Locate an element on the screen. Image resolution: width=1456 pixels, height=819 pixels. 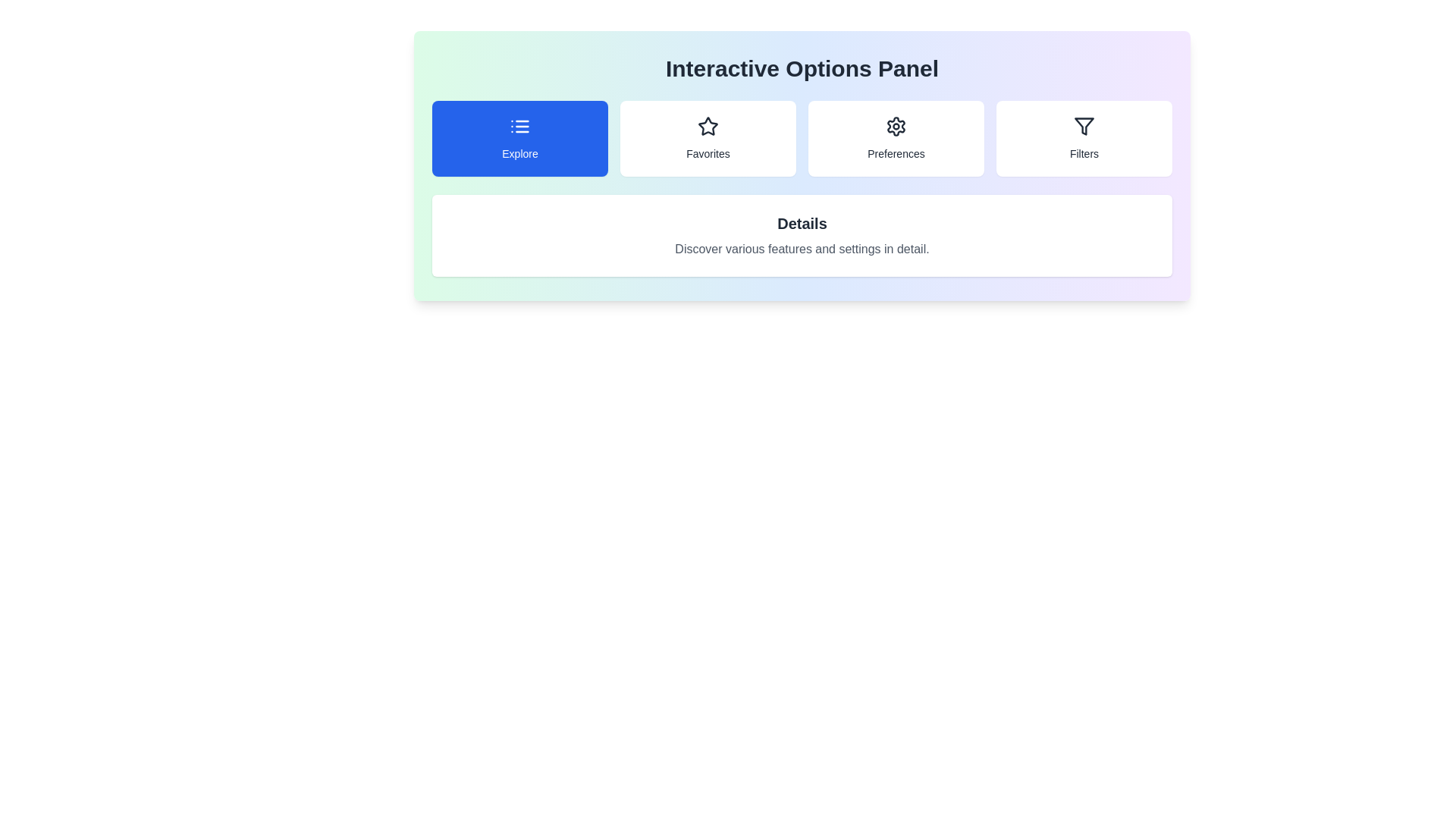
the gear-shaped icon representing settings within the third option card titled 'Preferences' in the Interactive Options Panel is located at coordinates (896, 125).